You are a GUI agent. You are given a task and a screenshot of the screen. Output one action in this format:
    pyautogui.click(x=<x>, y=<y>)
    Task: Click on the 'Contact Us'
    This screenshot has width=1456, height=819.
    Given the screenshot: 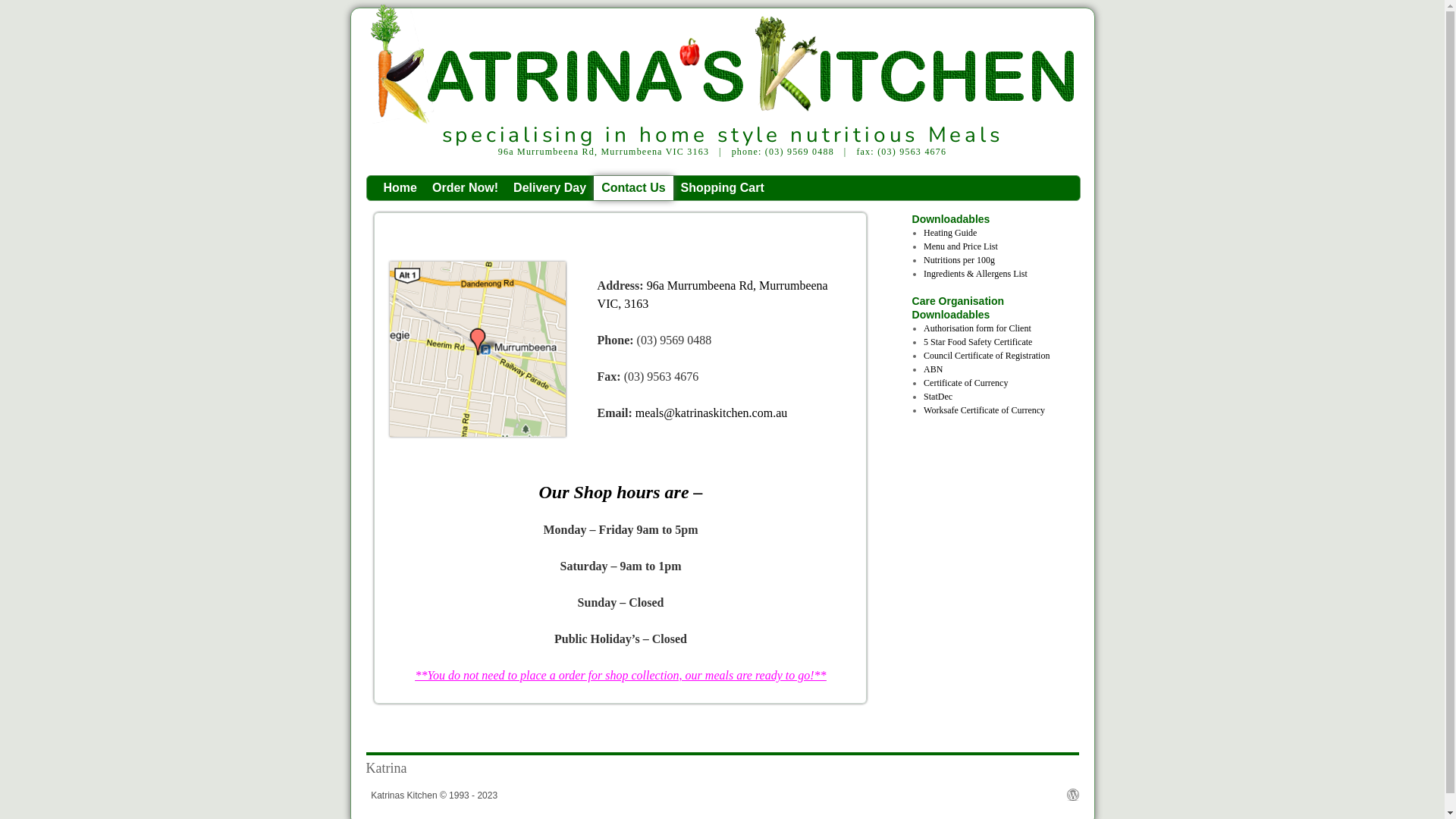 What is the action you would take?
    pyautogui.click(x=633, y=187)
    